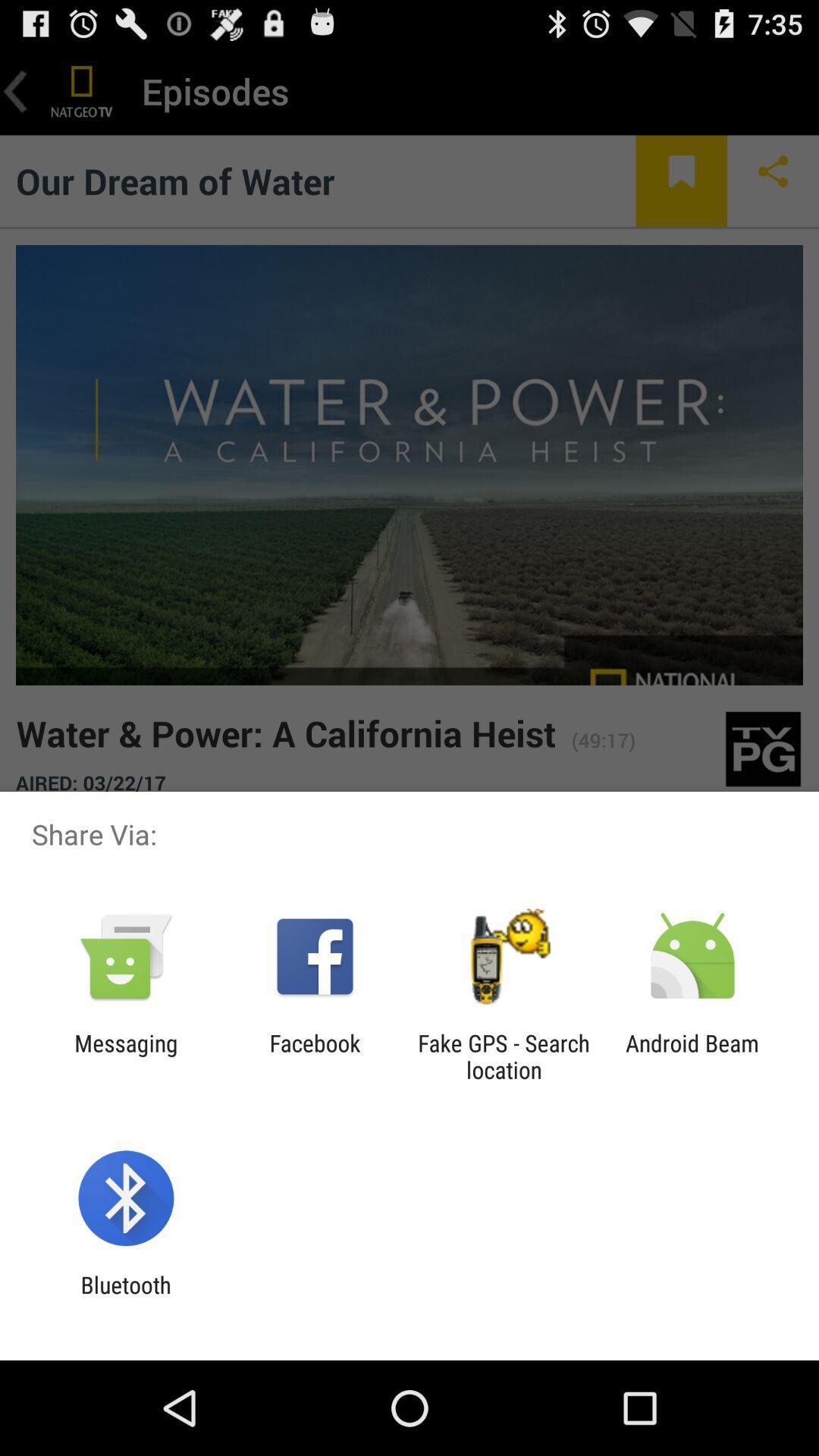  I want to click on the icon to the left of the android beam item, so click(504, 1056).